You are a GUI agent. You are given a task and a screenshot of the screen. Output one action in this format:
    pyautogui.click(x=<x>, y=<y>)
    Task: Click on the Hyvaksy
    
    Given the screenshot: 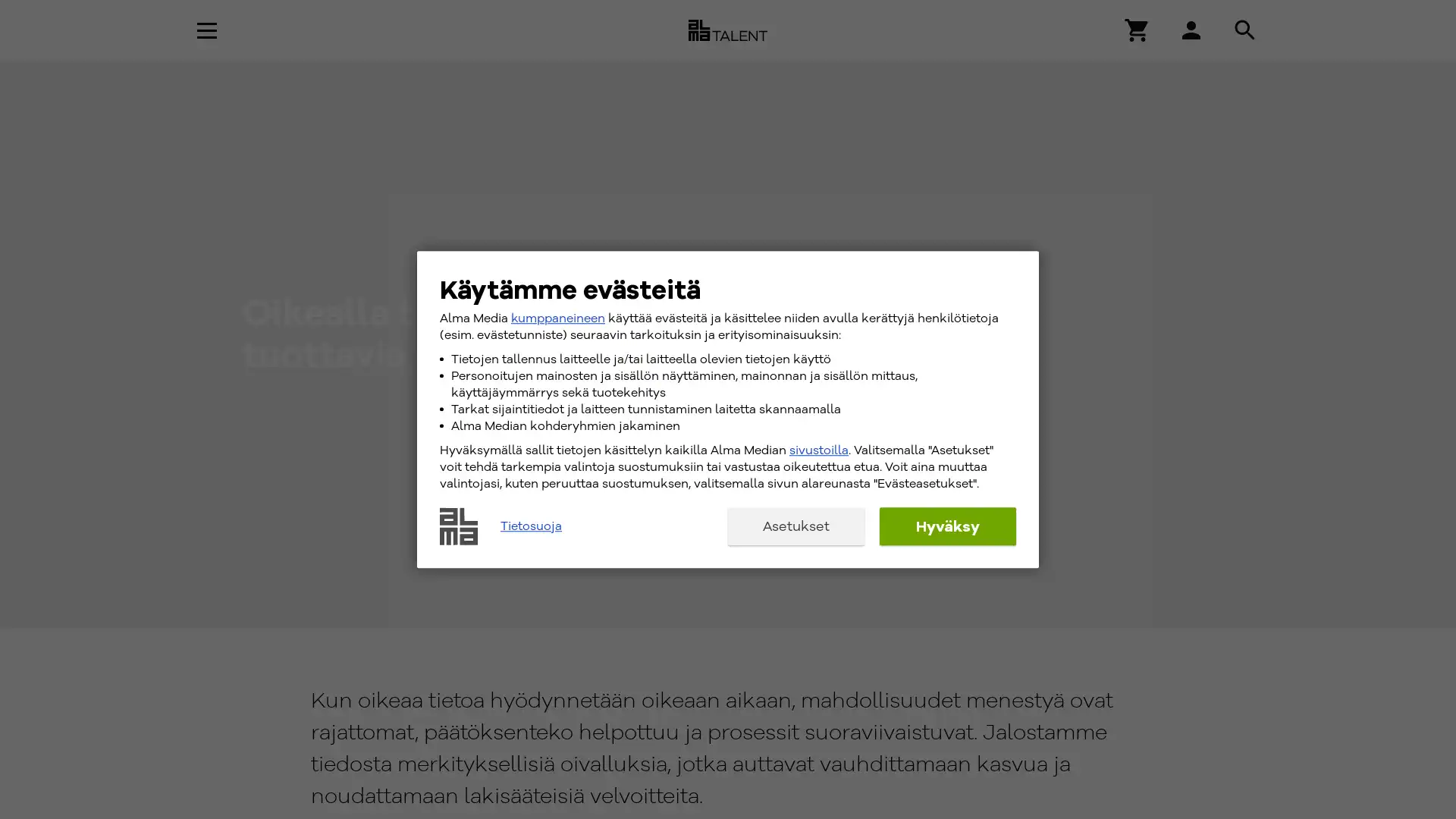 What is the action you would take?
    pyautogui.click(x=946, y=525)
    